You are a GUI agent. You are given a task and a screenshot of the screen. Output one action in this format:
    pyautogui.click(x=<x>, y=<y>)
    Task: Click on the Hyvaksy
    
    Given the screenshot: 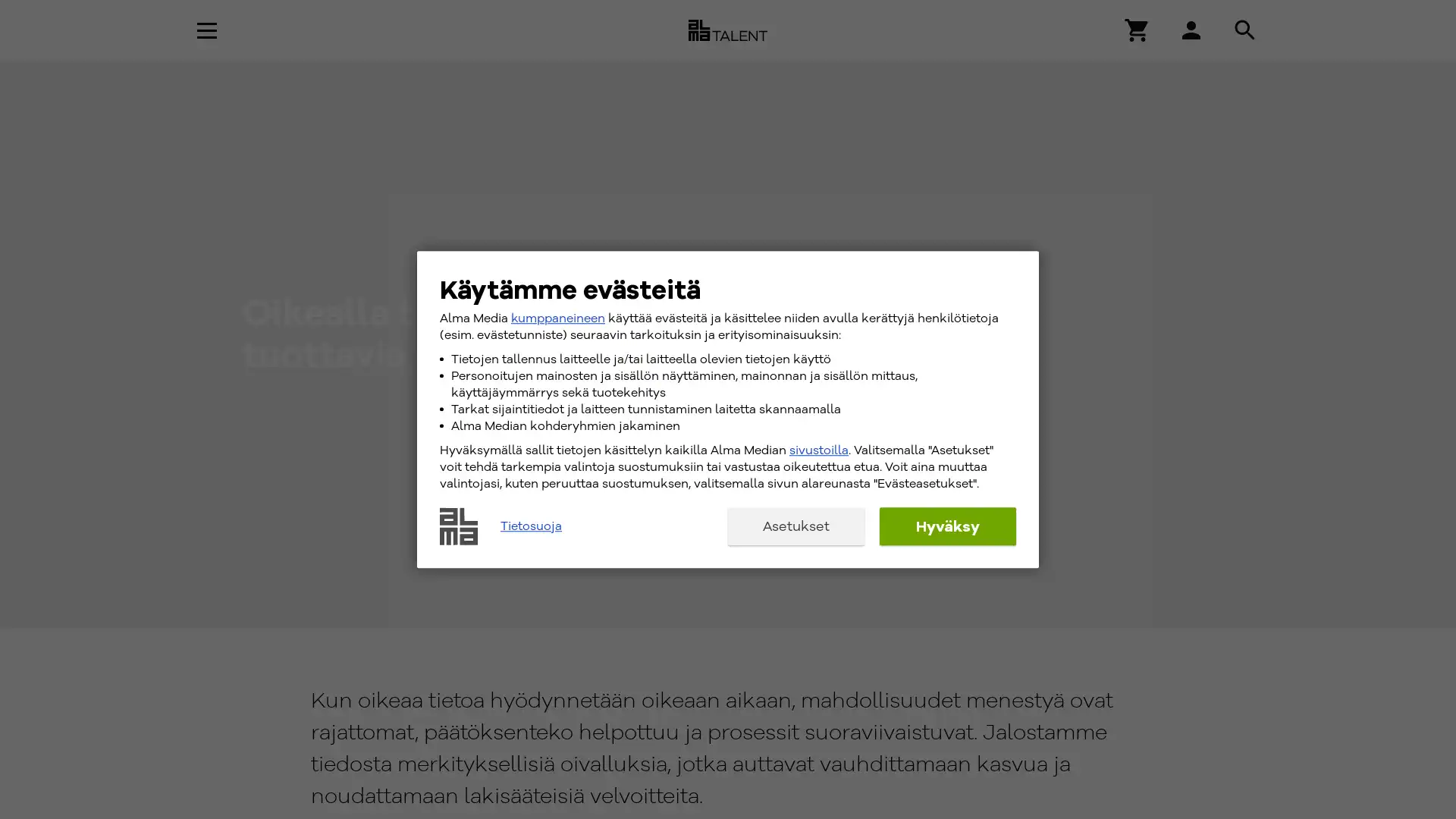 What is the action you would take?
    pyautogui.click(x=946, y=525)
    